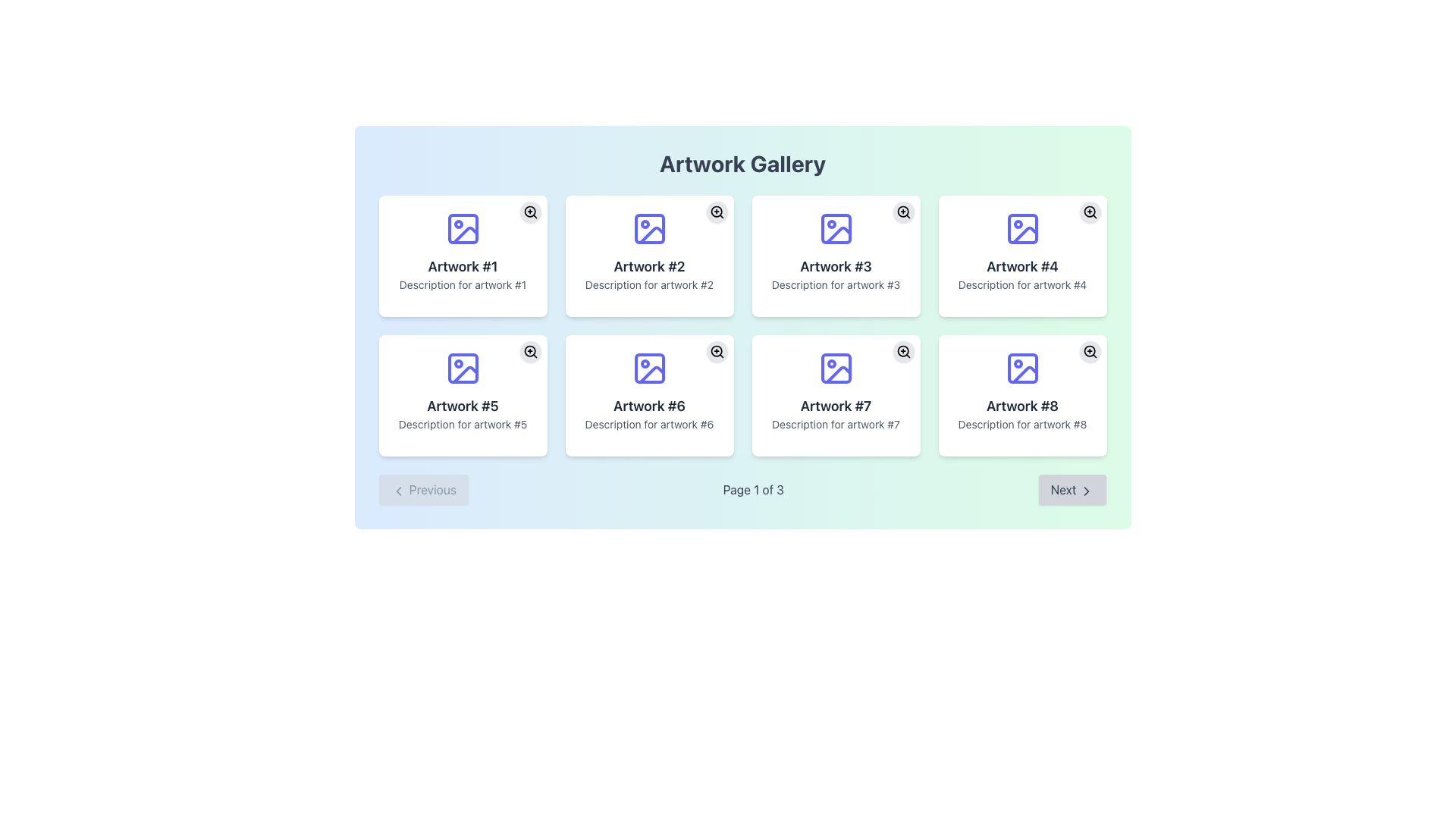  I want to click on the image icon located at the top of the 'Artwork #8' card, which features a geometric outline of a picture frame in indigo color, so click(1022, 369).